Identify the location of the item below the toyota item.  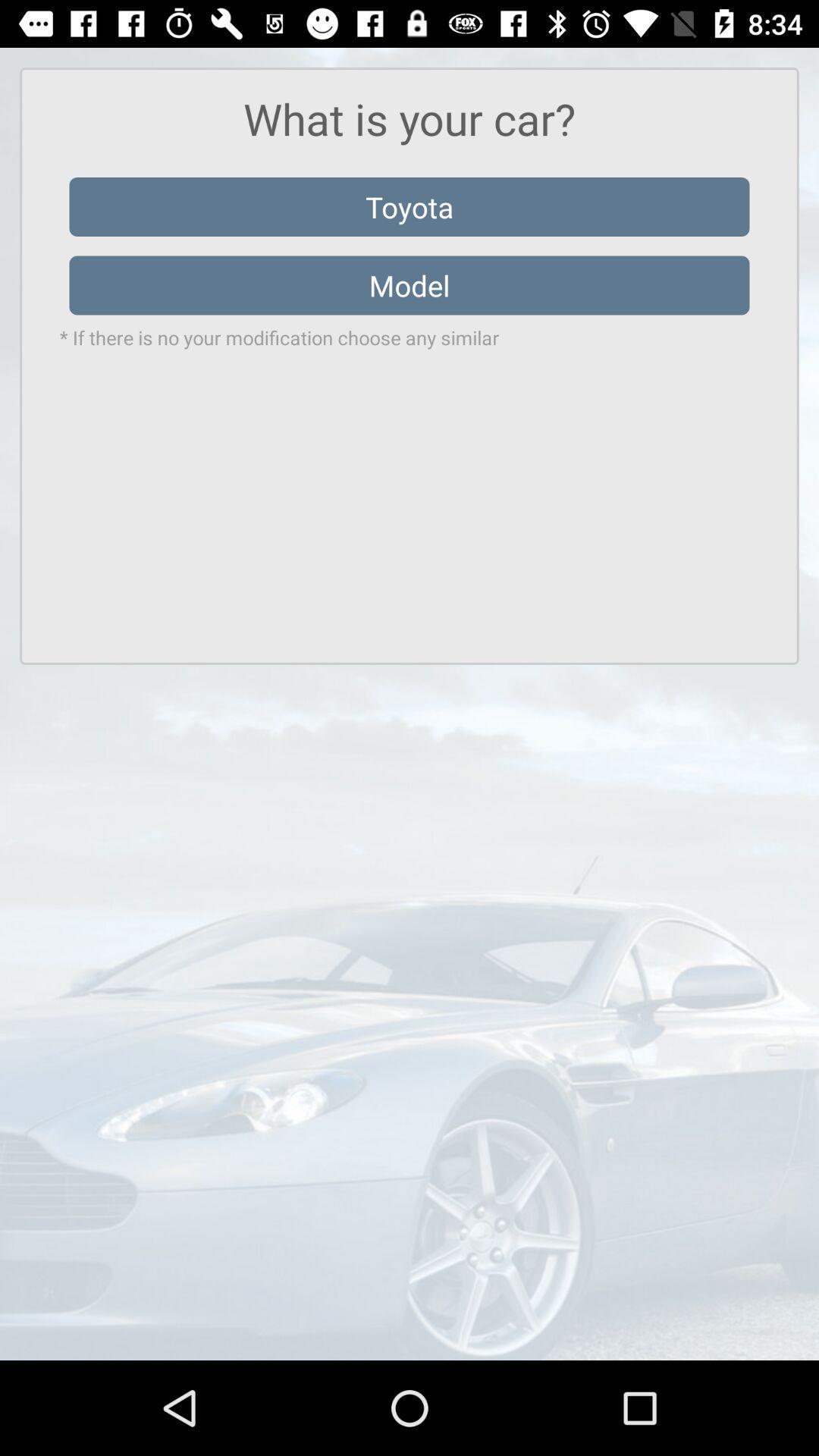
(409, 285).